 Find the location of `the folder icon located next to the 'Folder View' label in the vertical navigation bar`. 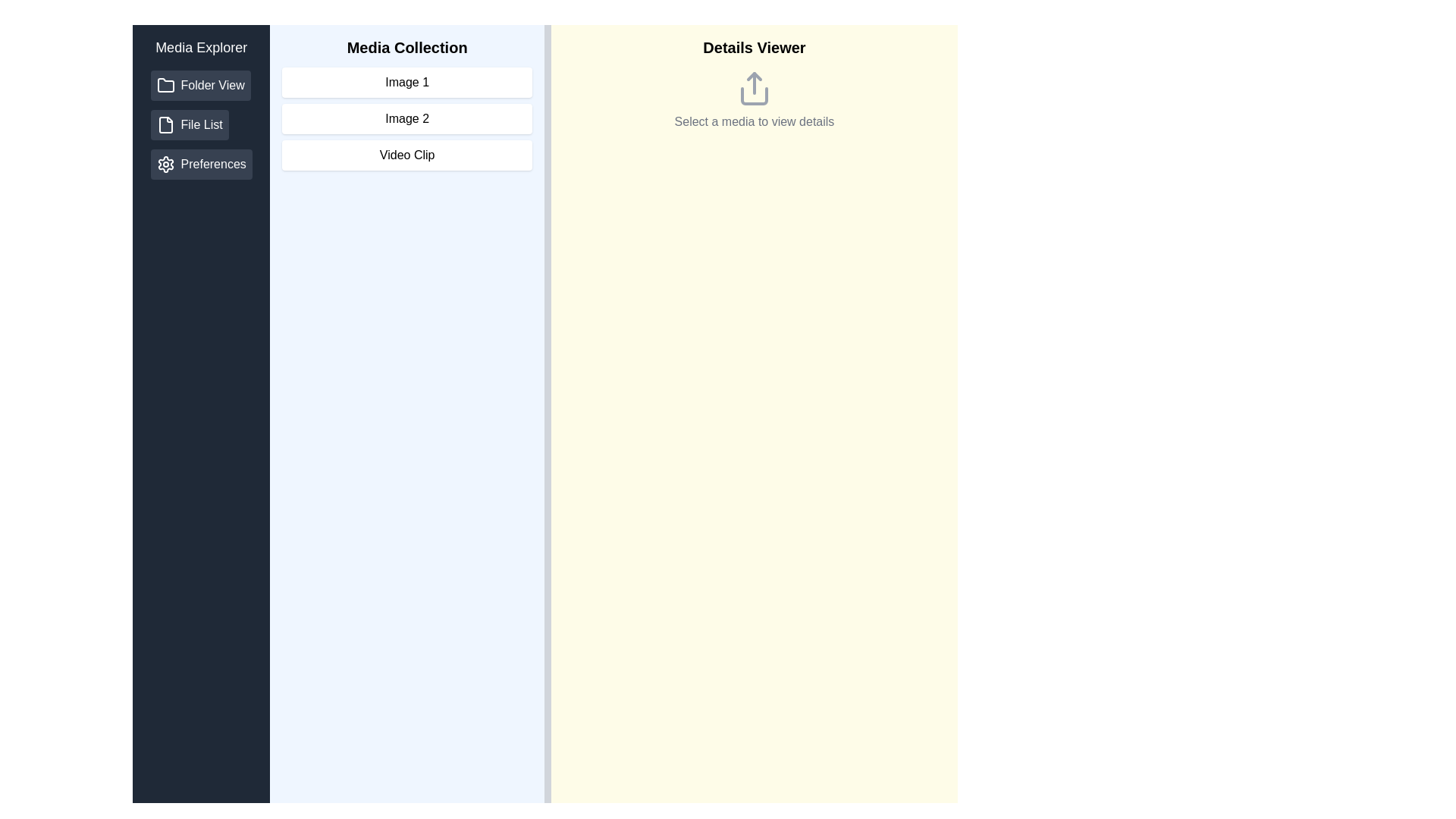

the folder icon located next to the 'Folder View' label in the vertical navigation bar is located at coordinates (165, 85).